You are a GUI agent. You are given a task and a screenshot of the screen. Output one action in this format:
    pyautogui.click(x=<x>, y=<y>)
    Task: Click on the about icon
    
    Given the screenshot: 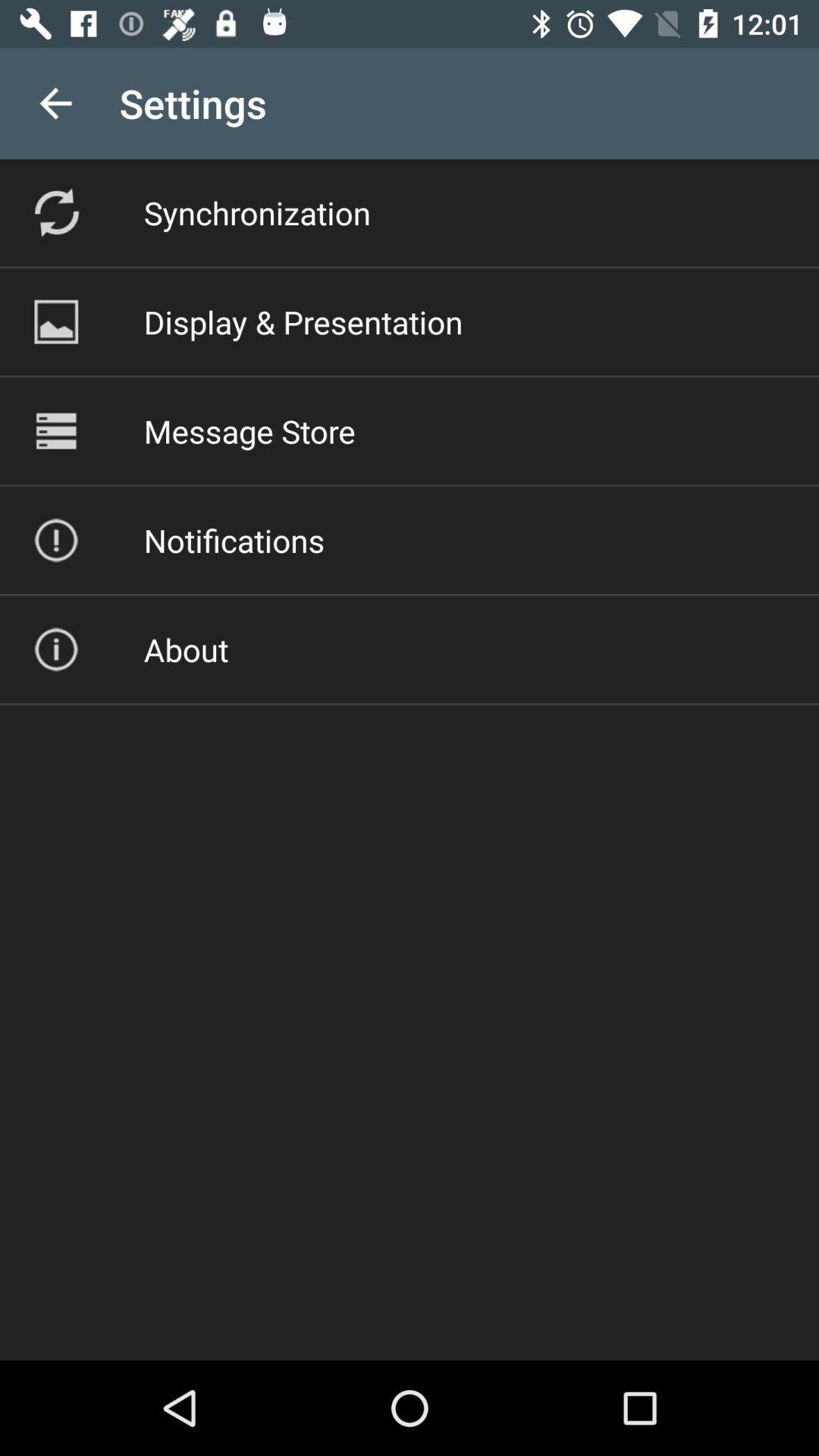 What is the action you would take?
    pyautogui.click(x=185, y=649)
    